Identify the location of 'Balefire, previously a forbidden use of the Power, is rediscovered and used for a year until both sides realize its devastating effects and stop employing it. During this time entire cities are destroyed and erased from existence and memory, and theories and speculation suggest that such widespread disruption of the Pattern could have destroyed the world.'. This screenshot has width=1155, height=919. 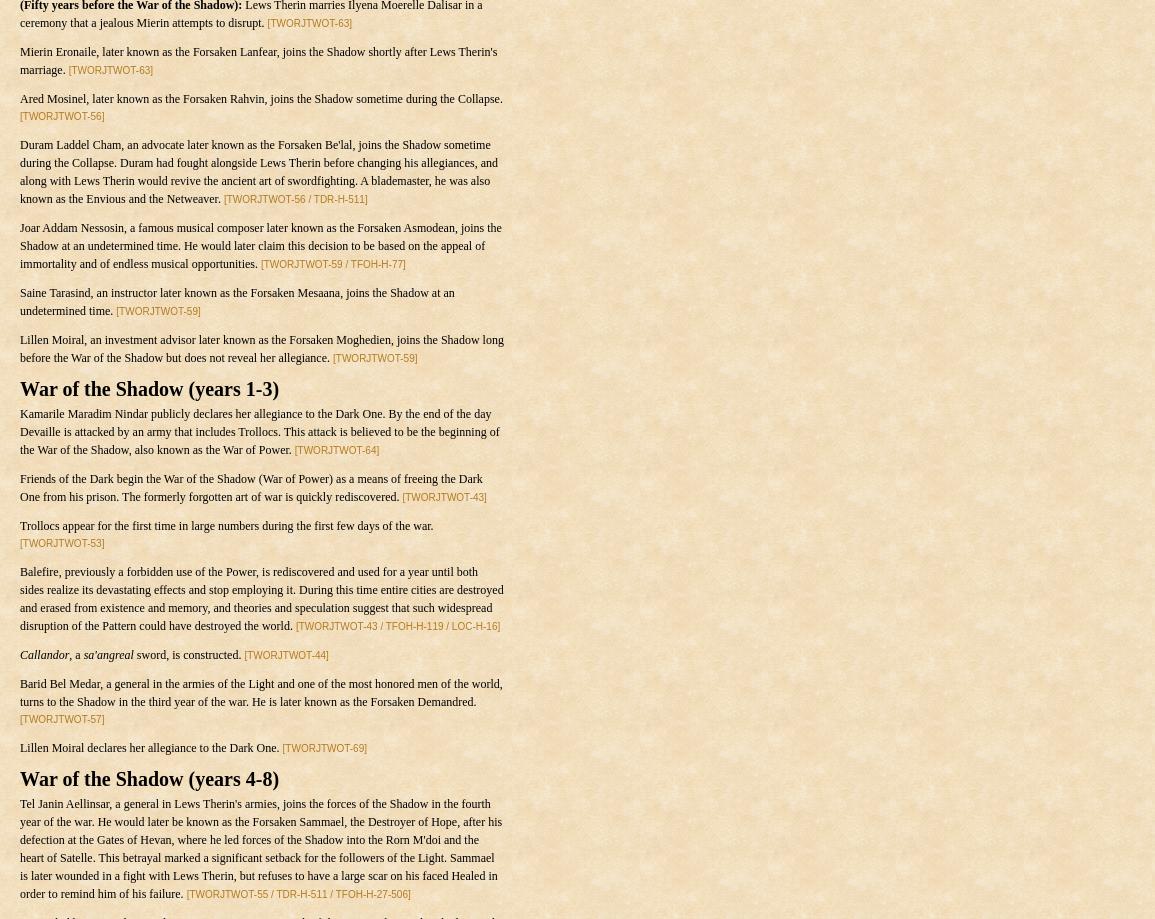
(18, 599).